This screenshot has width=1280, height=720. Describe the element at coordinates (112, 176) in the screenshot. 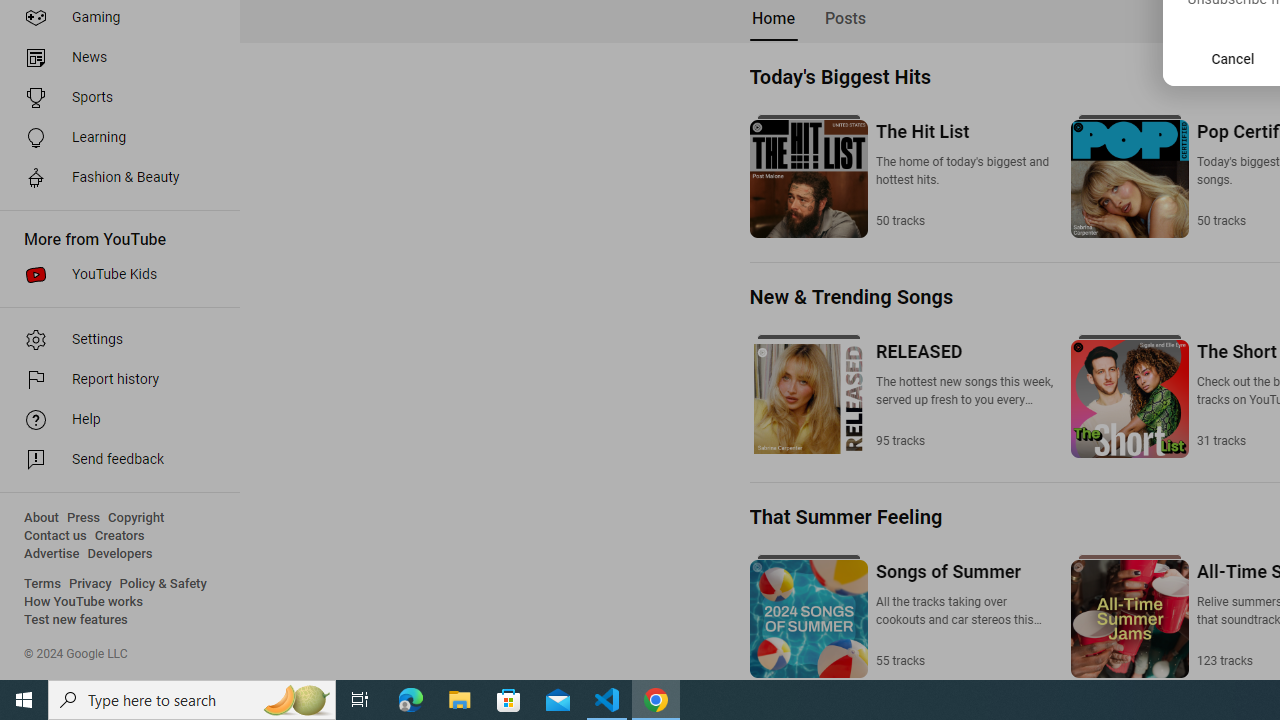

I see `'Fashion & Beauty'` at that location.